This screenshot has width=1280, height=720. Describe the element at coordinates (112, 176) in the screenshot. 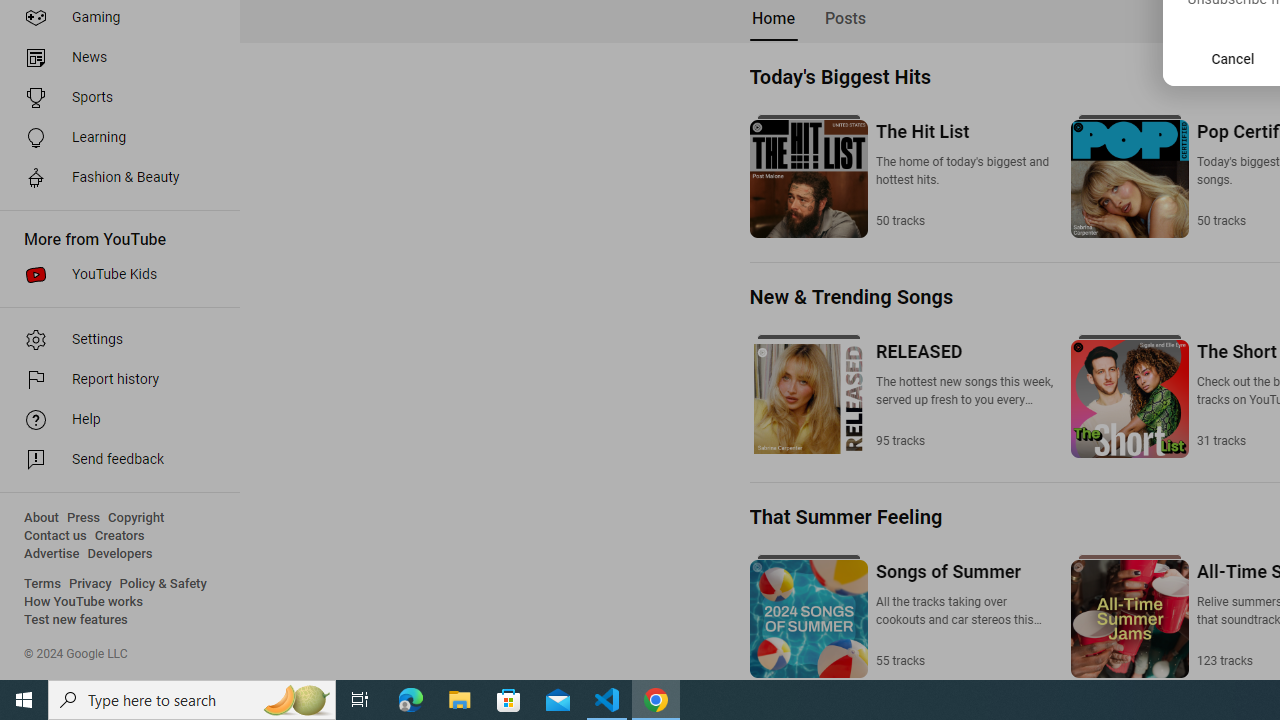

I see `'Fashion & Beauty'` at that location.